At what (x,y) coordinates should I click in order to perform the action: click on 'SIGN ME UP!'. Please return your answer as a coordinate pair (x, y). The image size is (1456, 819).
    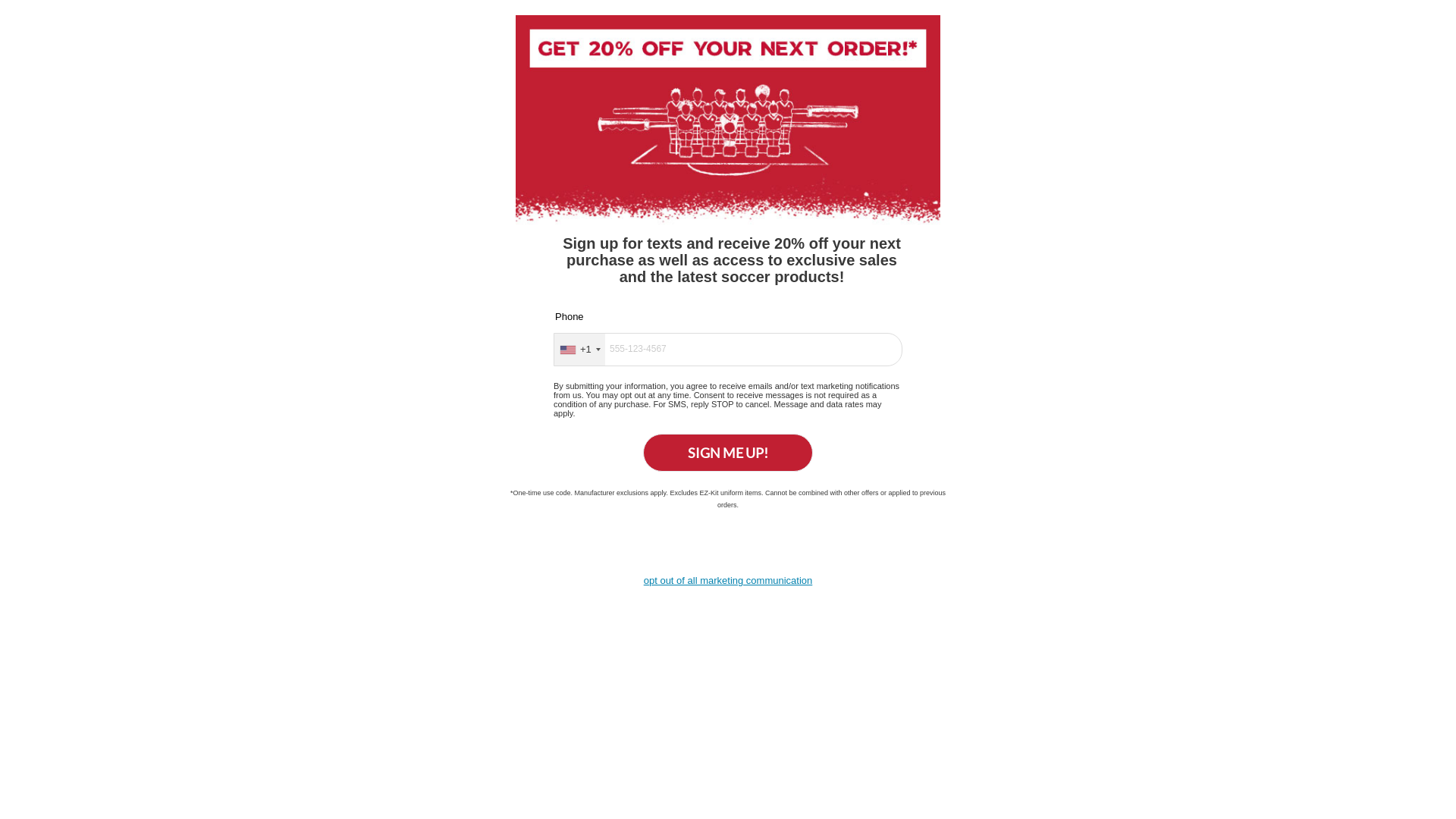
    Looking at the image, I should click on (643, 452).